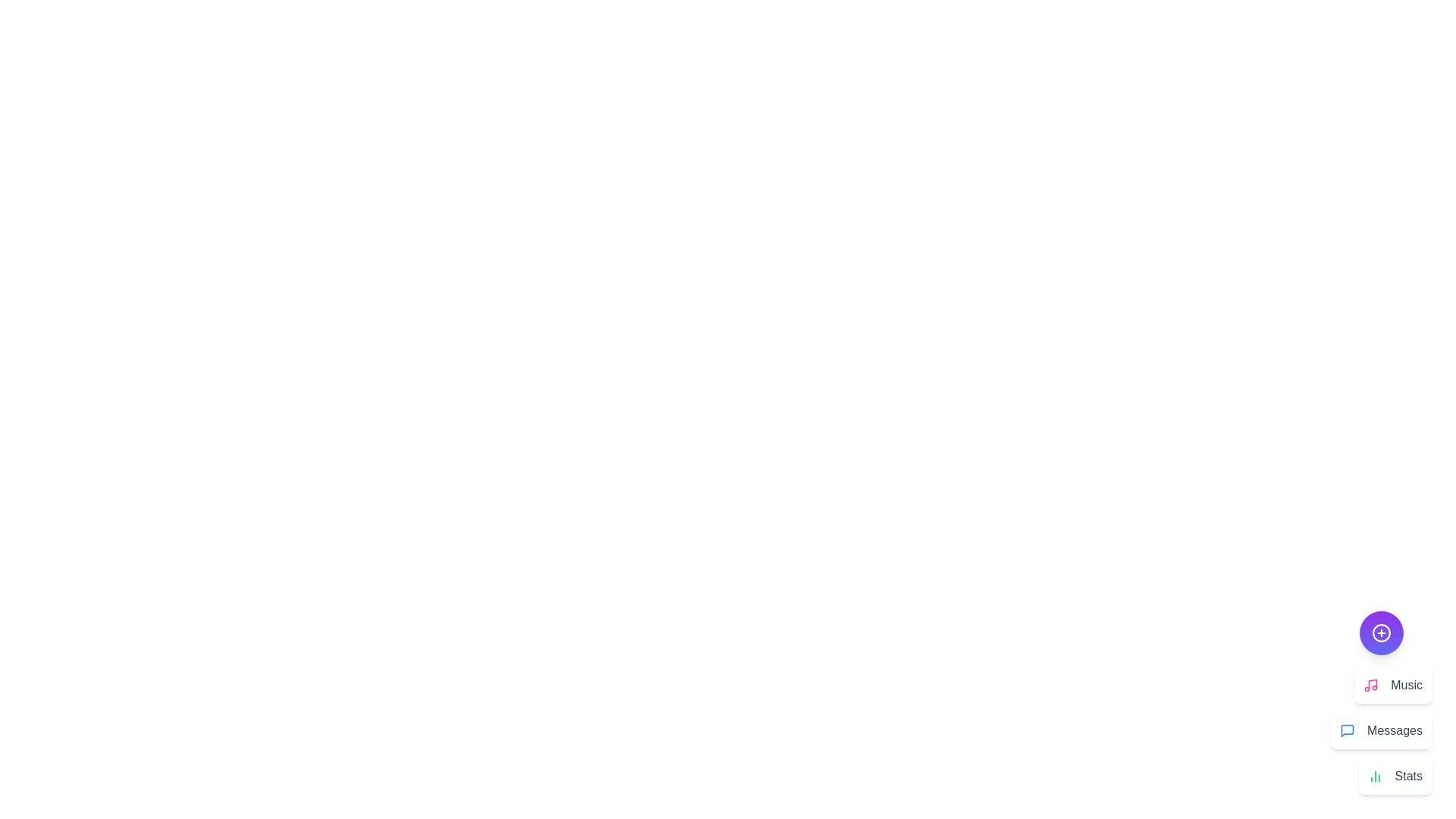  Describe the element at coordinates (1381, 730) in the screenshot. I see `the 'Messages' action button` at that location.